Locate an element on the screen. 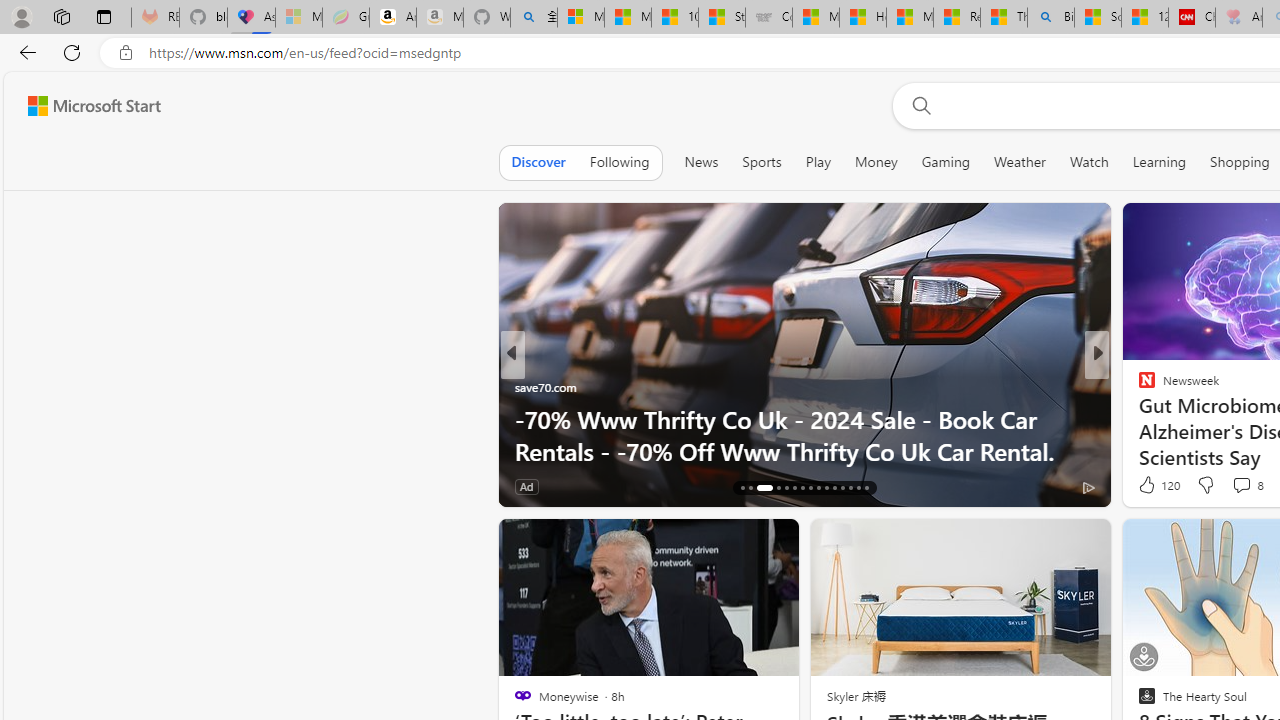 The image size is (1280, 720). 'AutomationID: tab-26' is located at coordinates (833, 488).